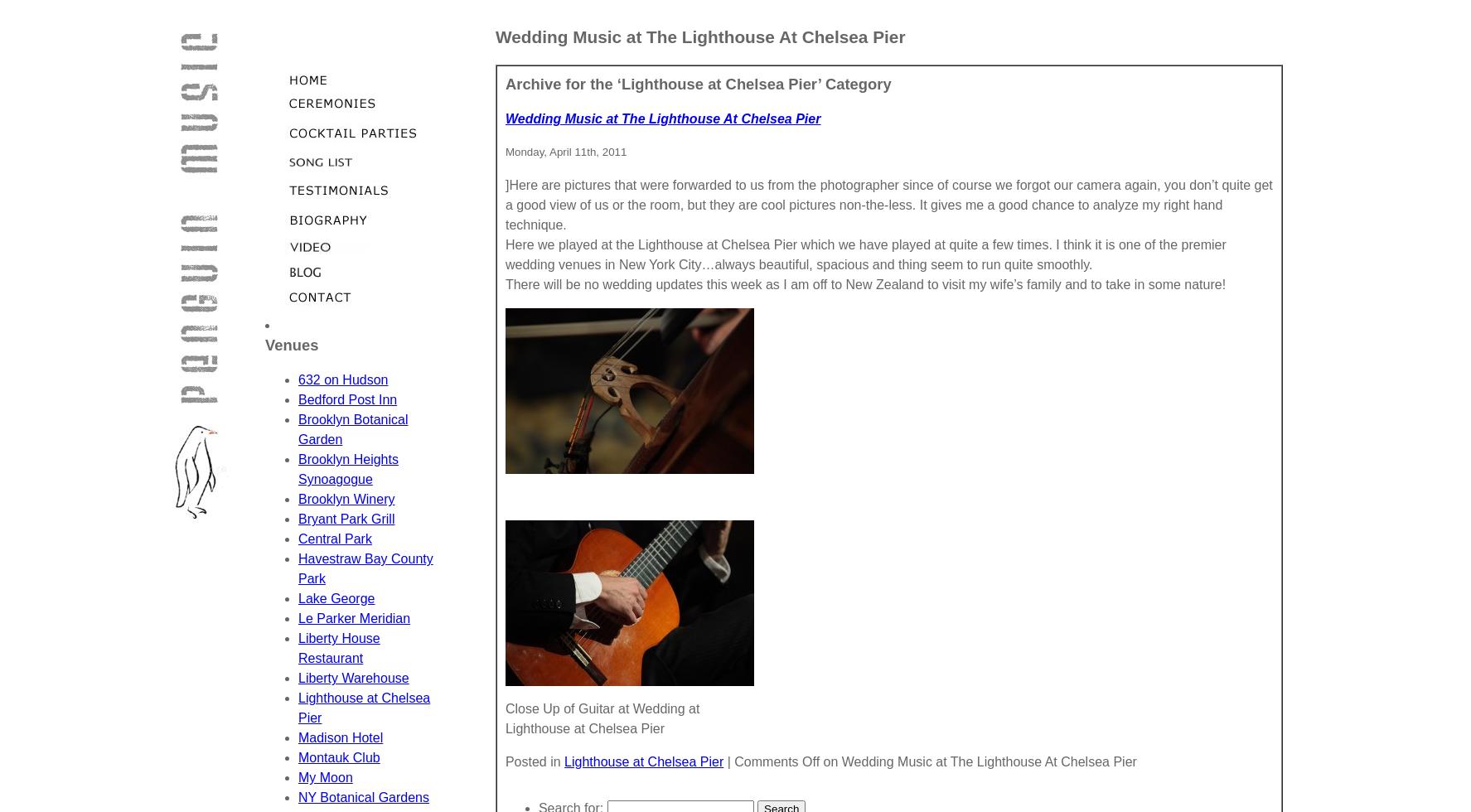 The width and height of the screenshot is (1471, 812). What do you see at coordinates (338, 648) in the screenshot?
I see `'Liberty House Restaurant'` at bounding box center [338, 648].